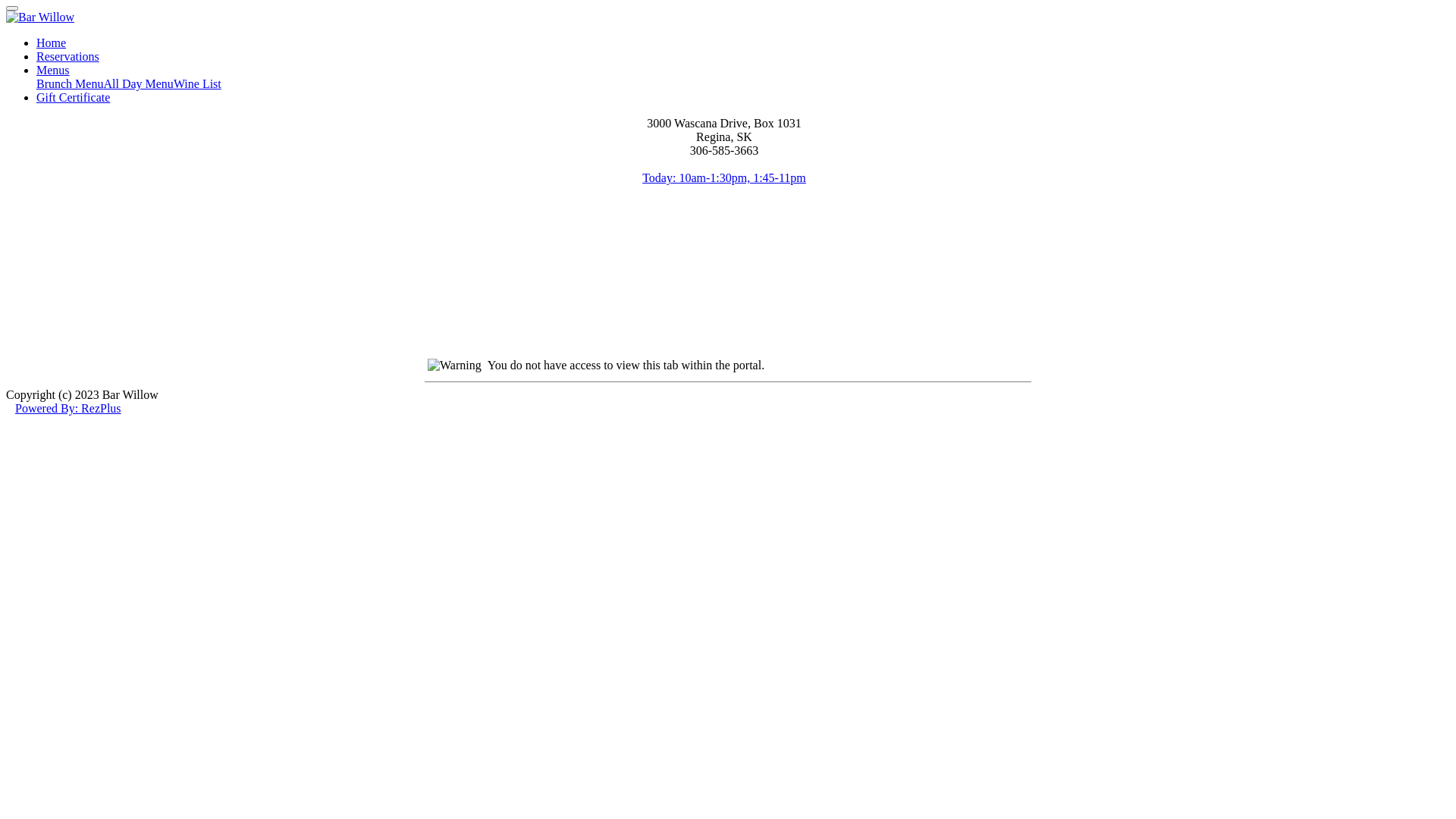 The width and height of the screenshot is (1456, 819). Describe the element at coordinates (68, 83) in the screenshot. I see `'Brunch Menu'` at that location.